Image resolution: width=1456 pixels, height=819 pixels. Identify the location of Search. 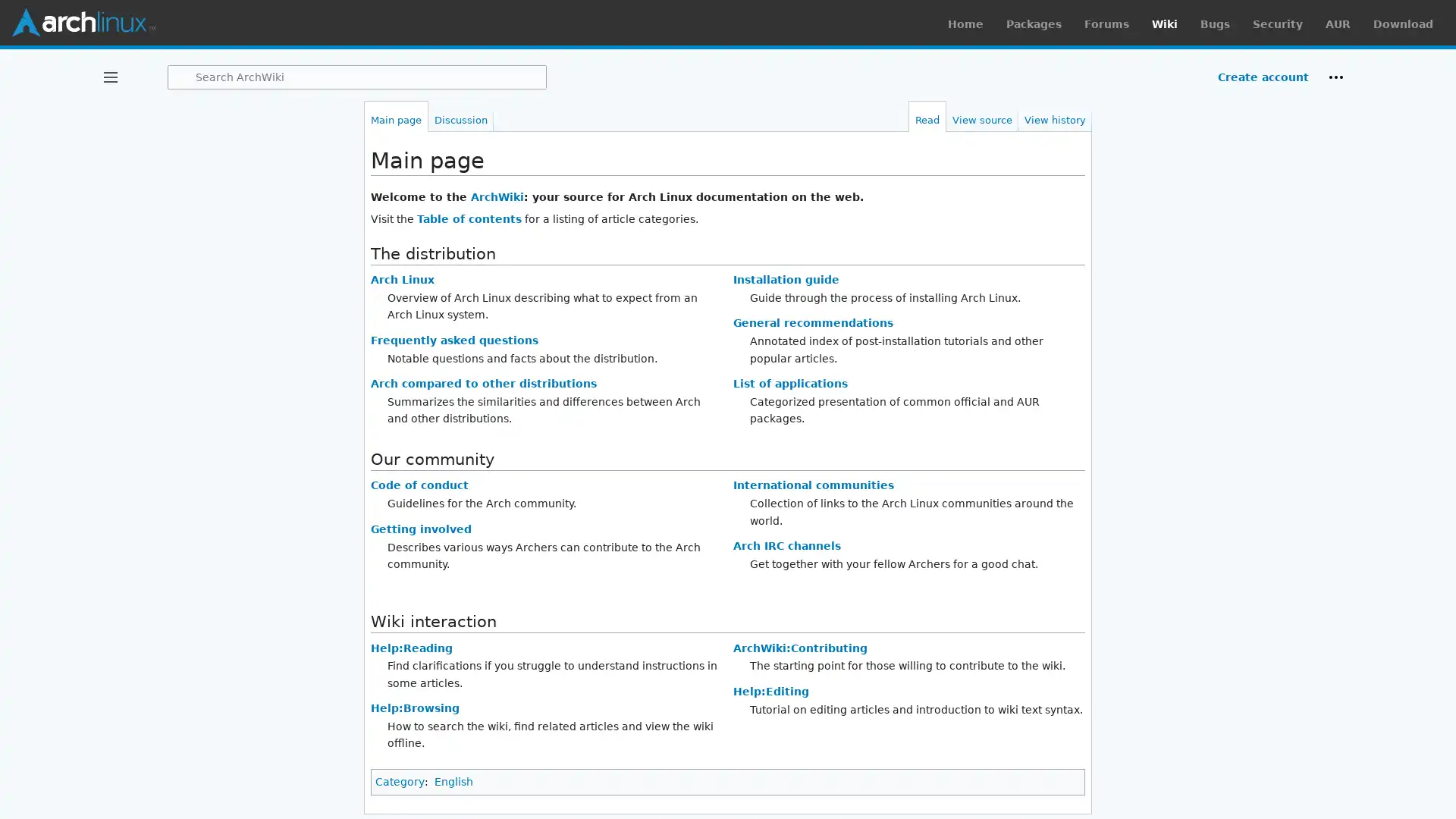
(182, 77).